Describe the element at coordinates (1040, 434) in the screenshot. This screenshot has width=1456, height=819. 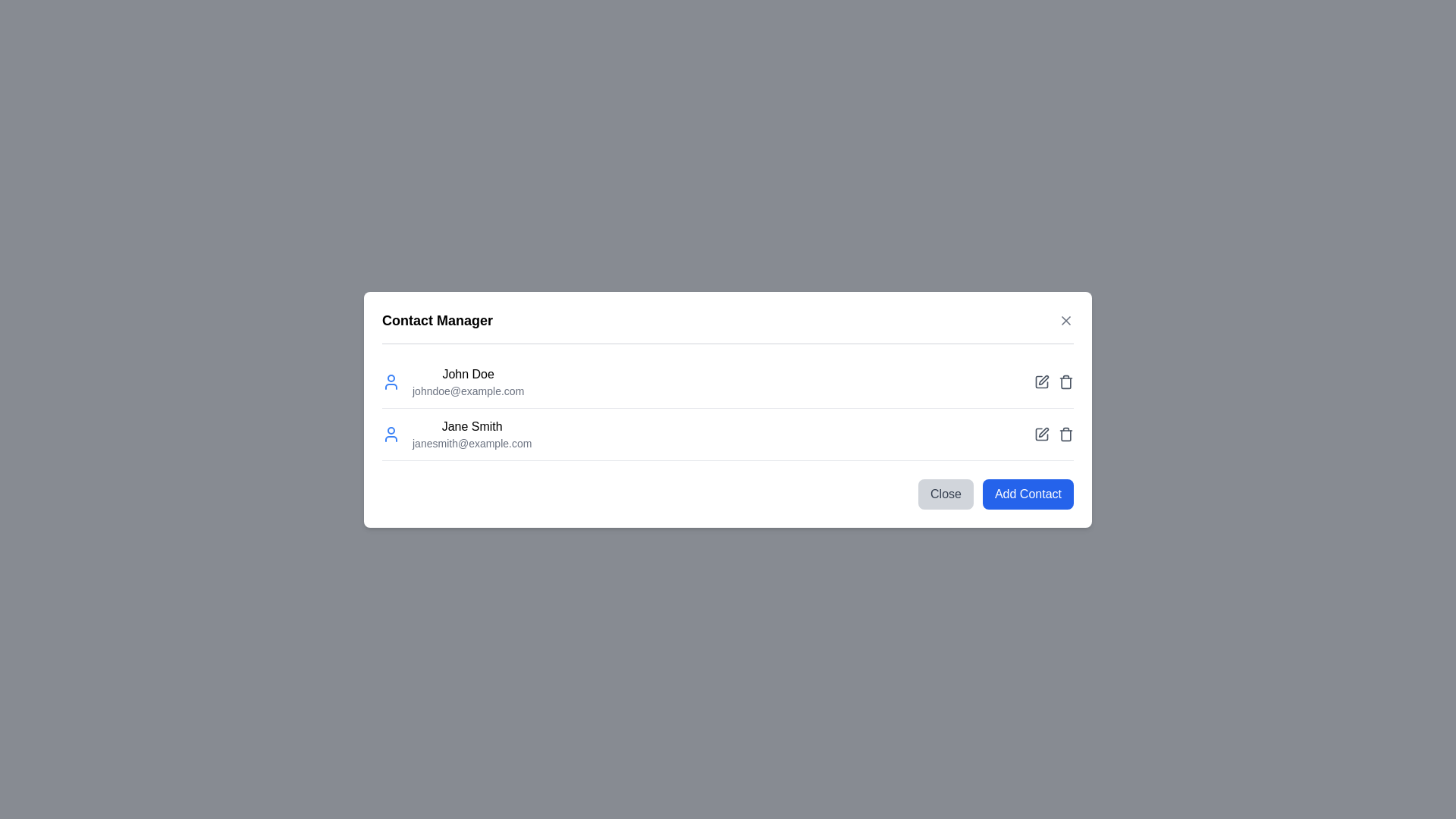
I see `the pen-shaped icon in gray that changes to green on hover, located on the right side of the entry for 'Jane Smith', to initiate editing the contact` at that location.